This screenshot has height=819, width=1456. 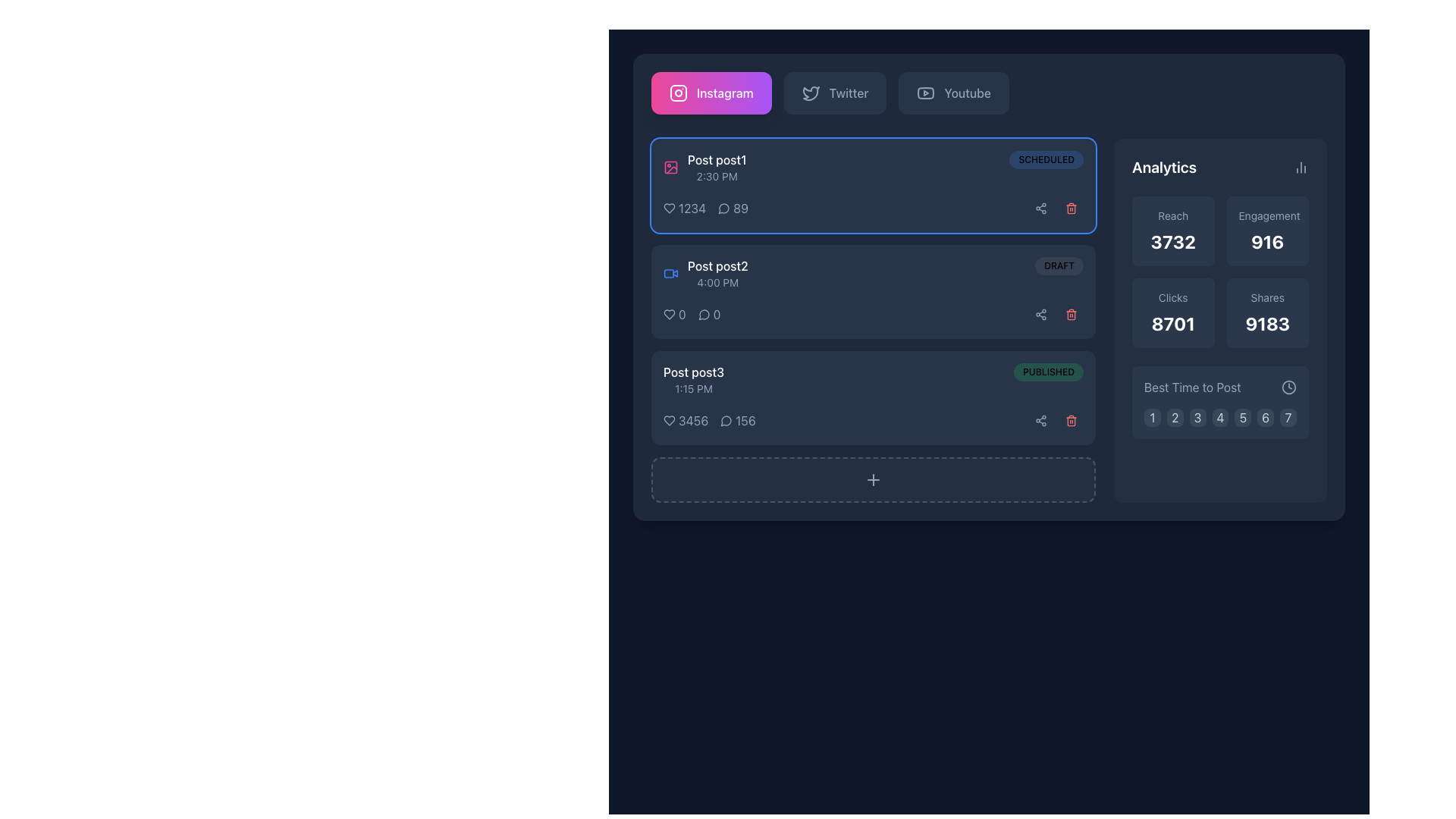 I want to click on the share button icon located in the bottom row of action buttons, adjacent to the 'Post post3 - 1:15 PM' post, so click(x=1040, y=421).